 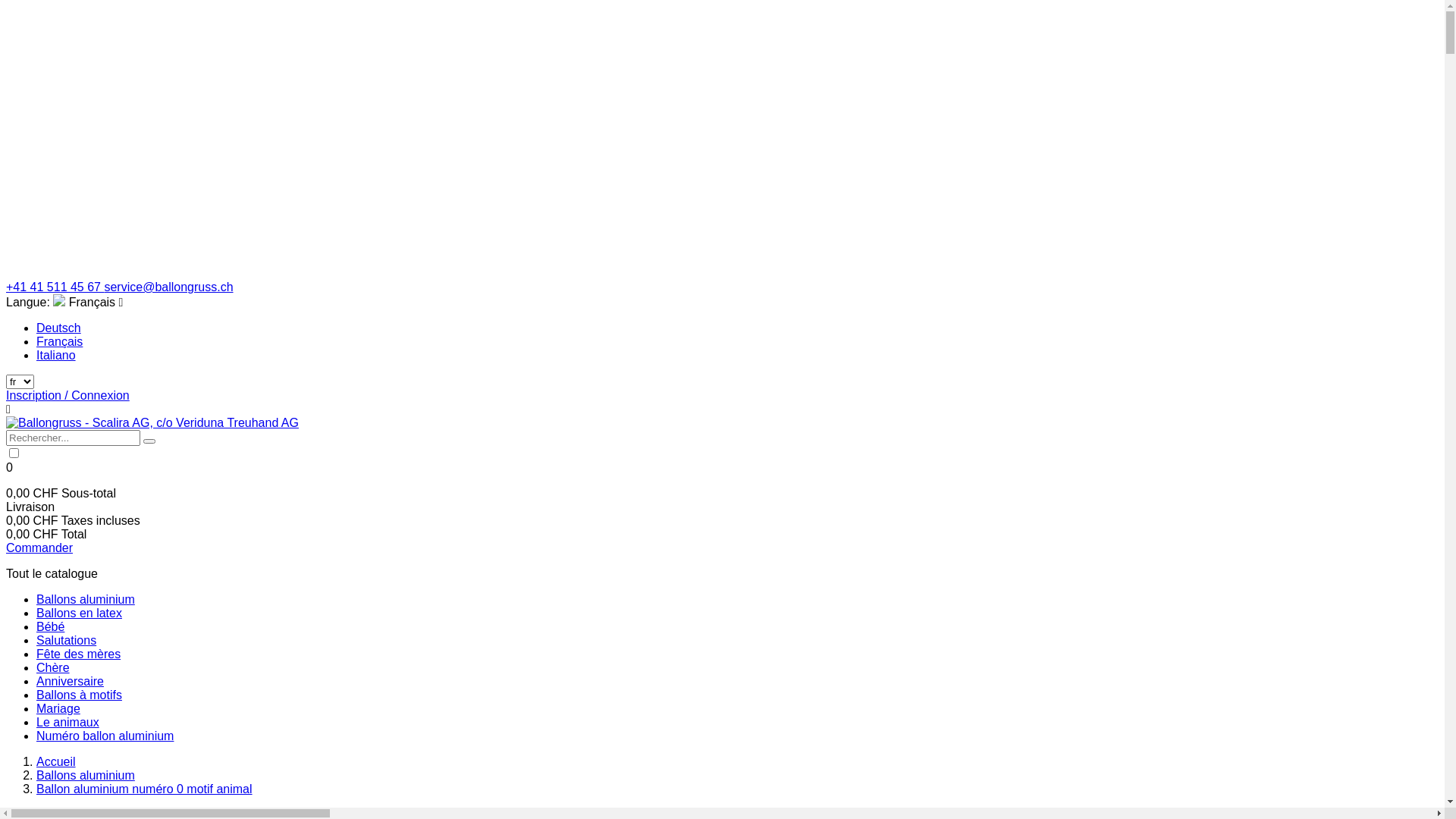 What do you see at coordinates (85, 775) in the screenshot?
I see `'Ballons aluminium'` at bounding box center [85, 775].